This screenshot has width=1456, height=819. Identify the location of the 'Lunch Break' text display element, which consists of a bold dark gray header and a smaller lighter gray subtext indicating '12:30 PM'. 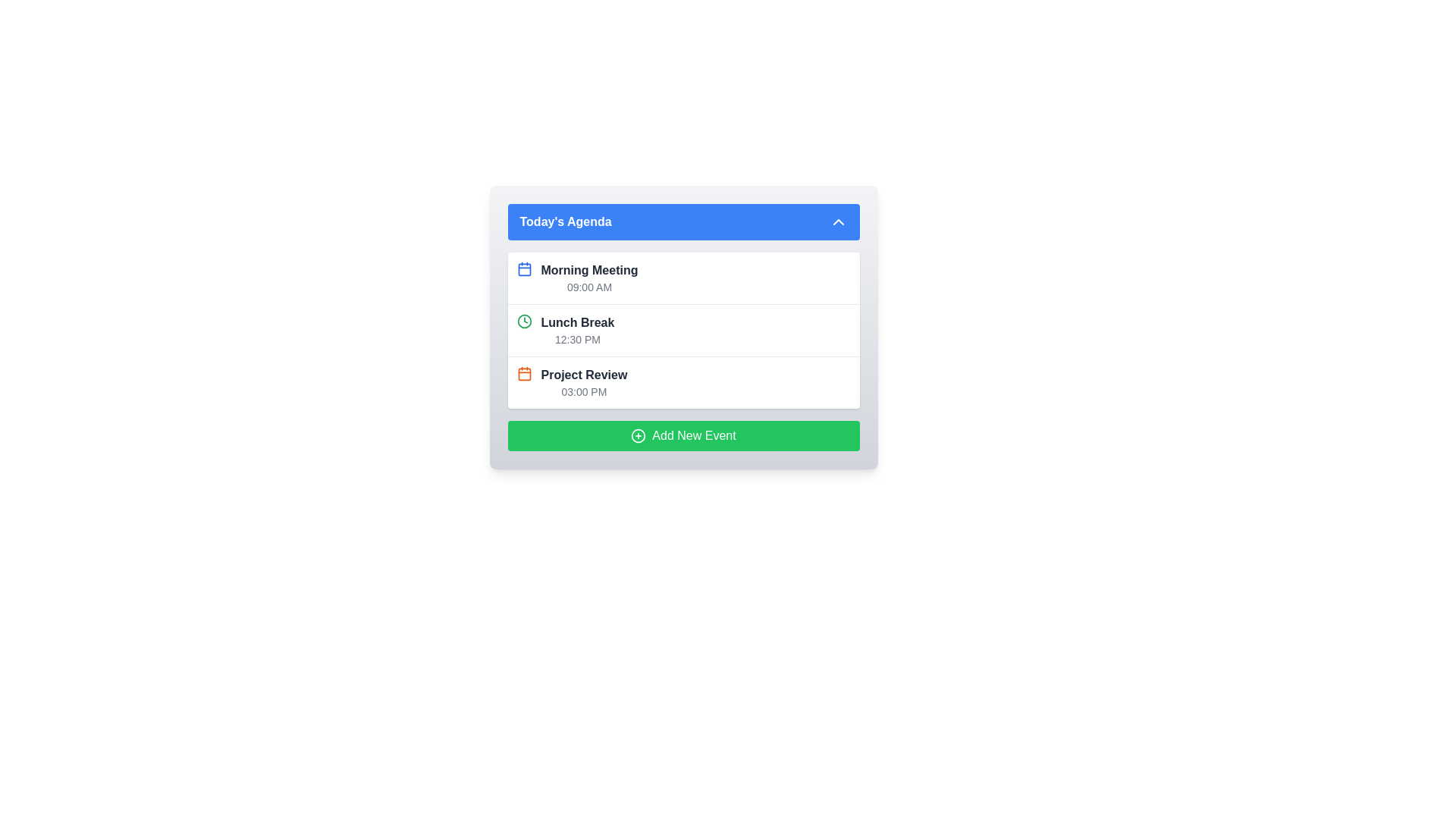
(577, 329).